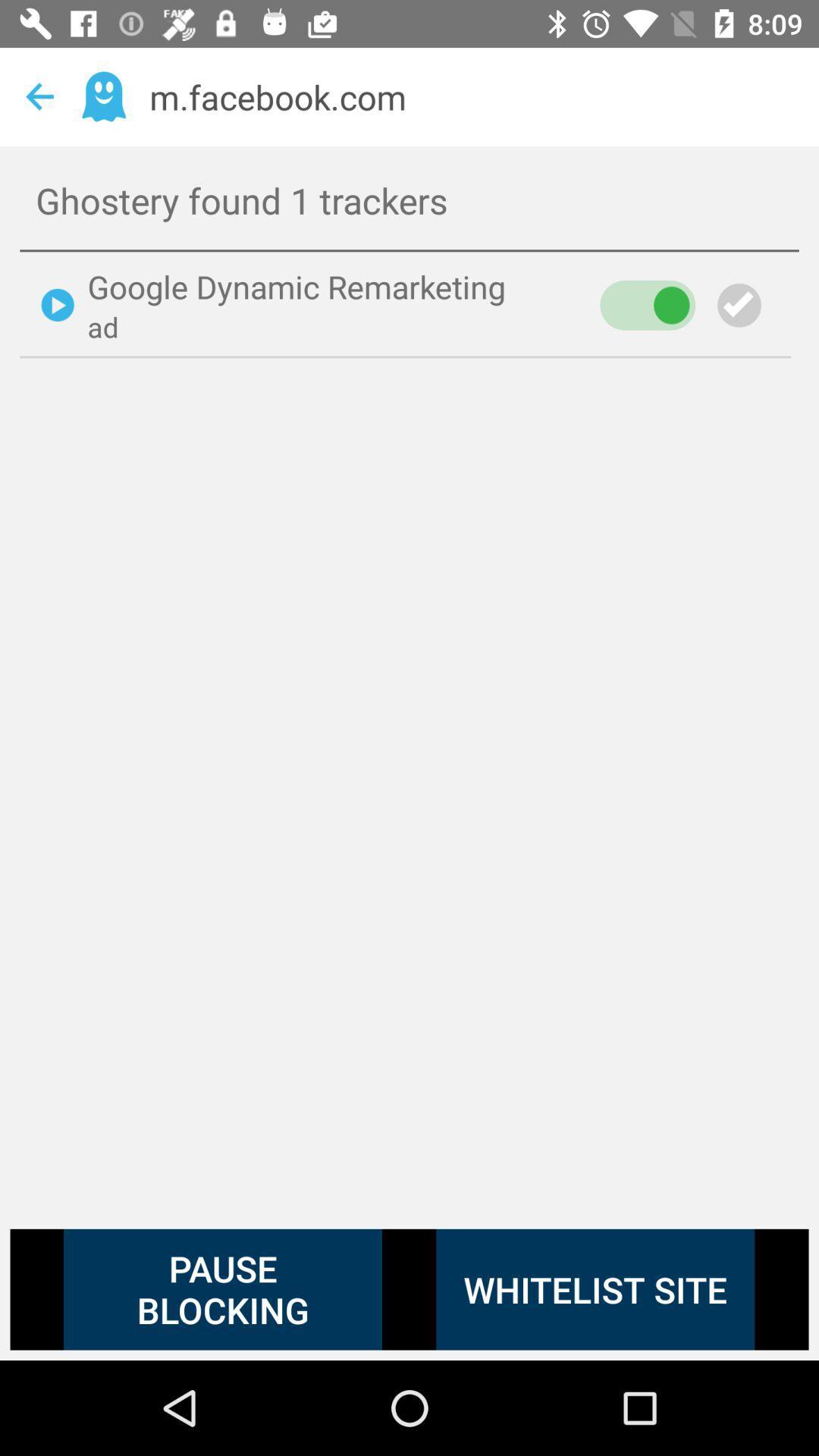 Image resolution: width=819 pixels, height=1456 pixels. I want to click on the slide button, so click(647, 305).